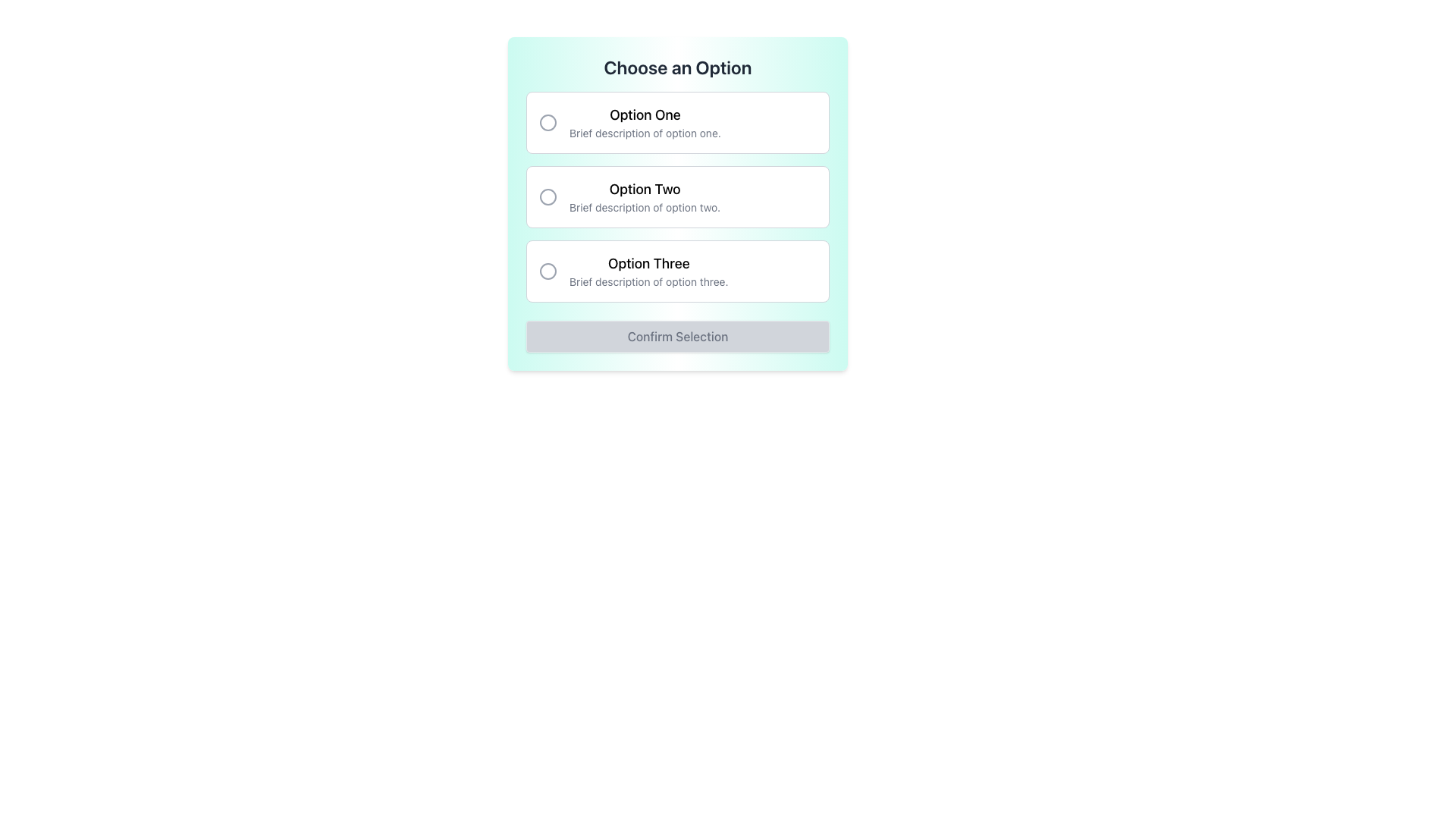 The width and height of the screenshot is (1456, 819). I want to click on the text label that reads 'Option Three', which is styled with a larger font size and medium weight, located as the third option in a vertical list of selectable options, so click(648, 262).